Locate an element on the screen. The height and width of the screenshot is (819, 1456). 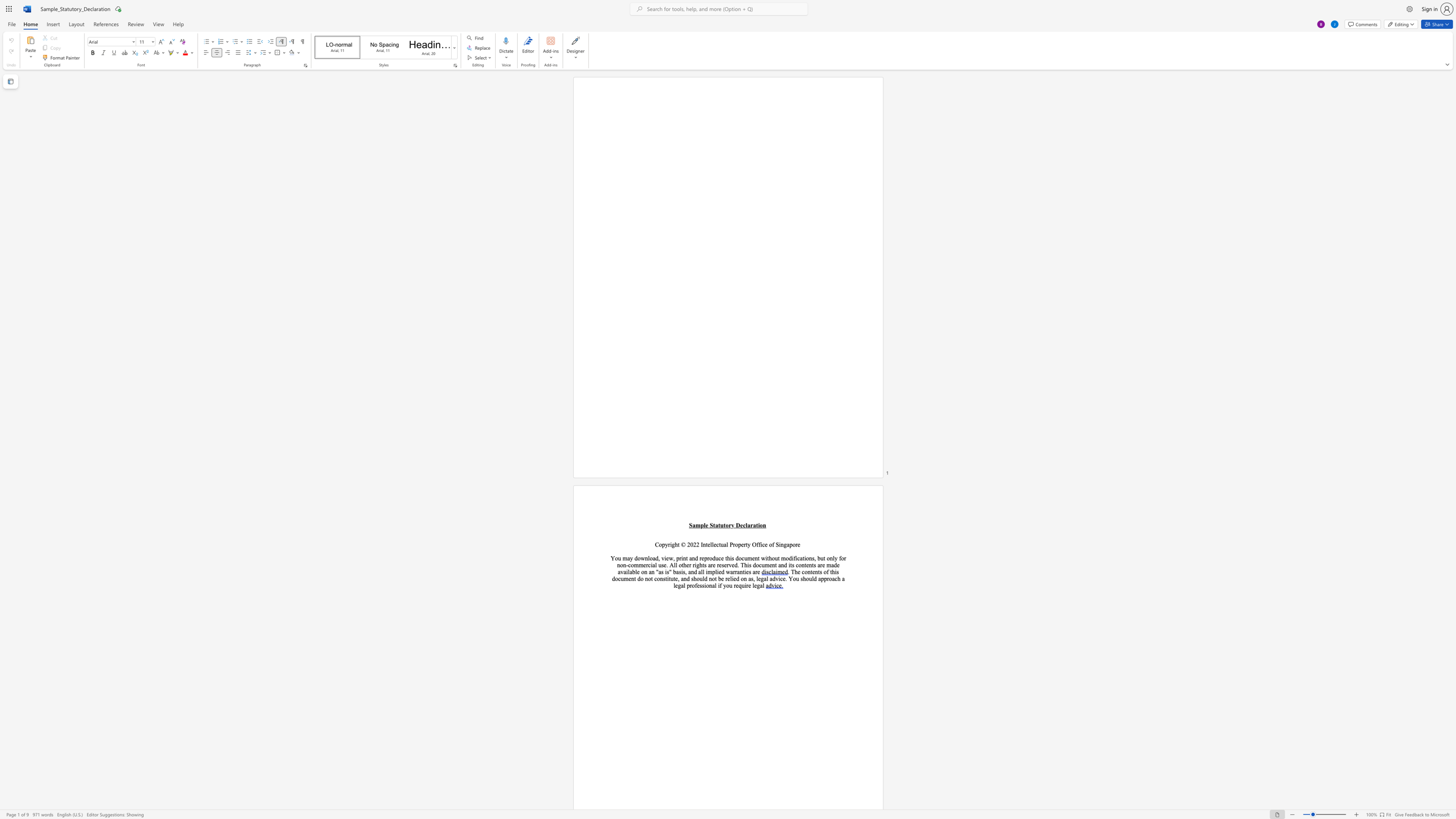
the subset text "not cons" within the text "do not constitute" is located at coordinates (644, 578).